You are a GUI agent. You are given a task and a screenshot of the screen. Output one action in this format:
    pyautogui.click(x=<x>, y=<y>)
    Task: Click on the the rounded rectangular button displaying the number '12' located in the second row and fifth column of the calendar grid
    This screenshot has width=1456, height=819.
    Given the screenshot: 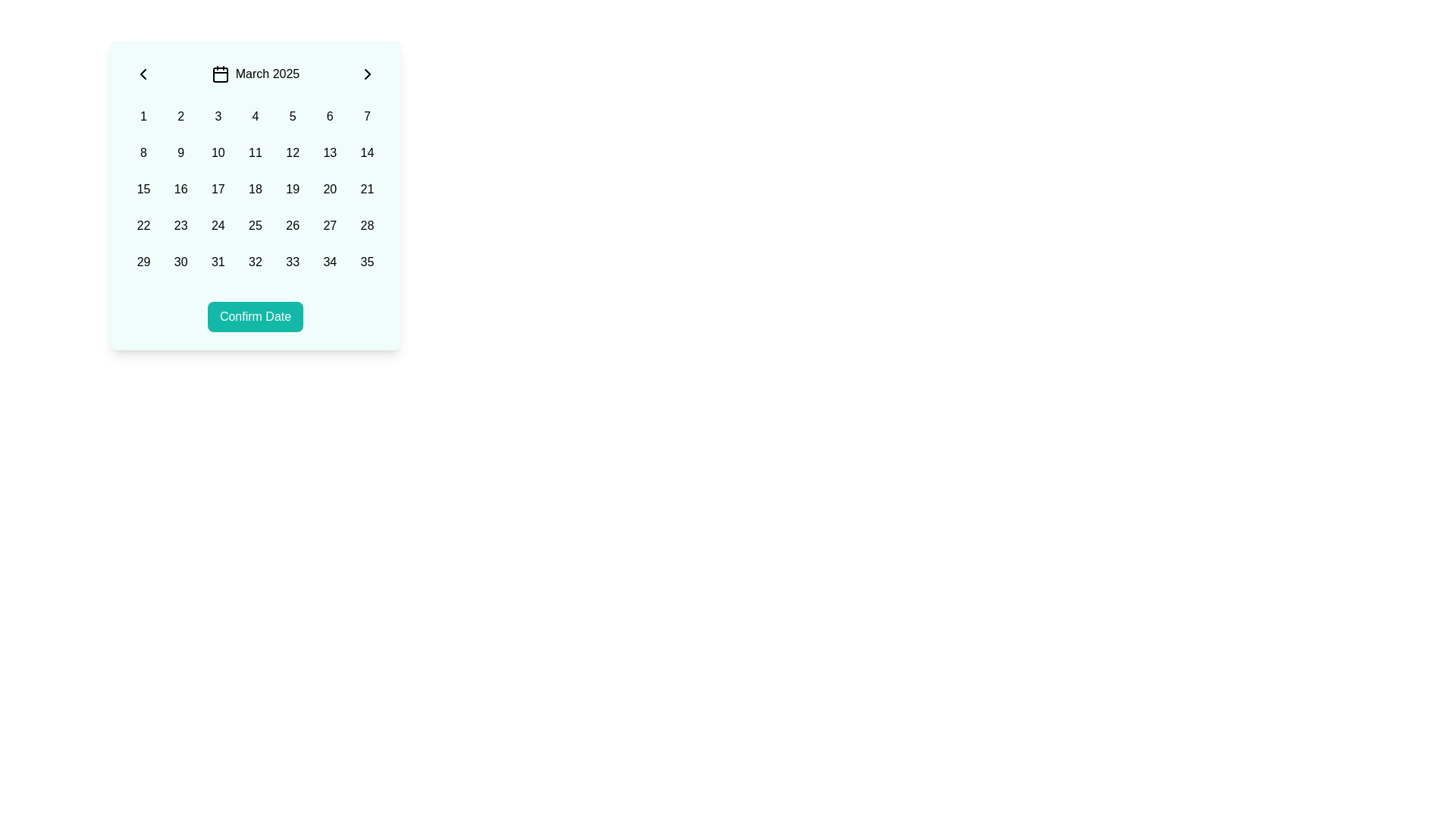 What is the action you would take?
    pyautogui.click(x=293, y=152)
    